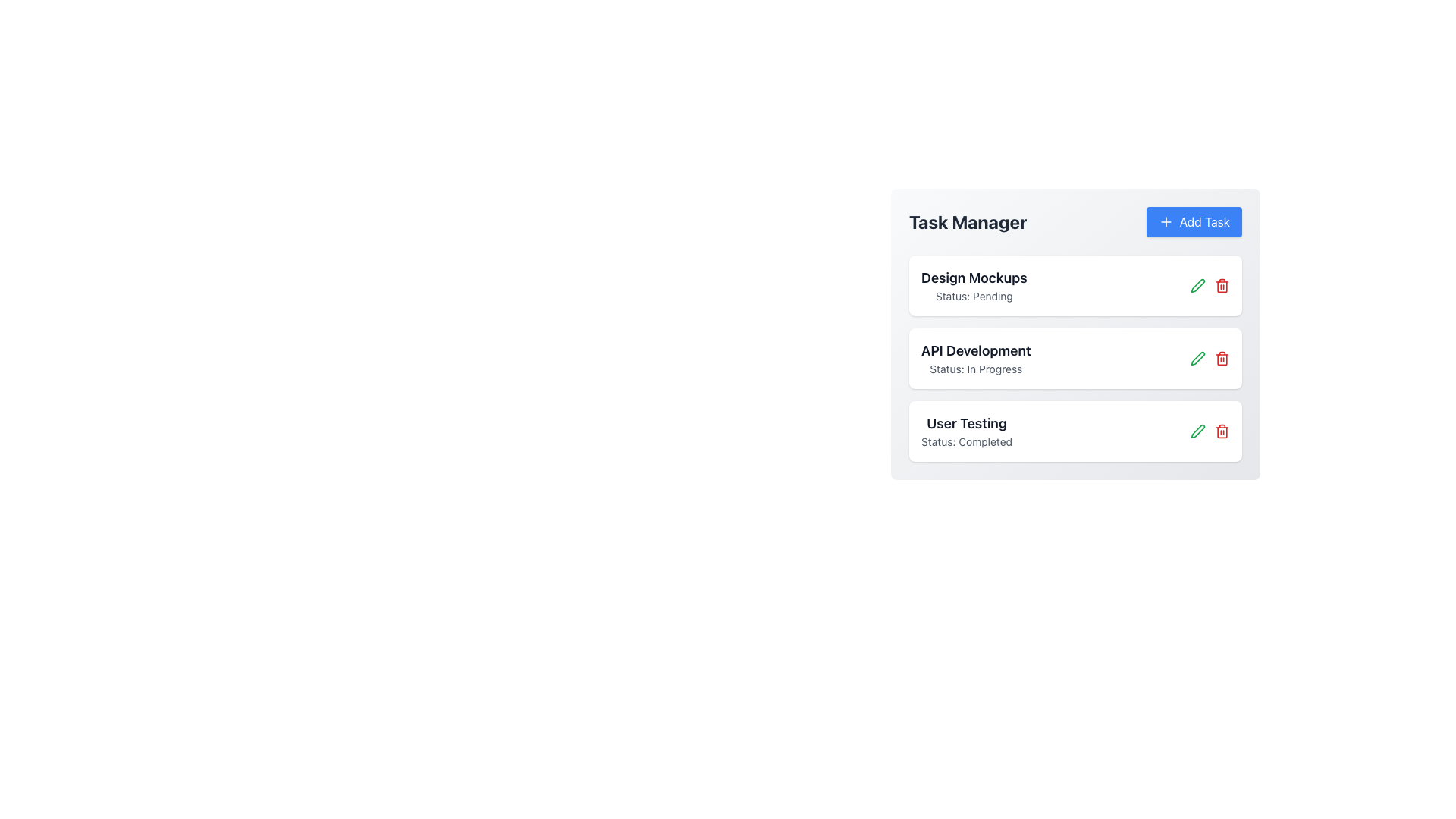 The width and height of the screenshot is (1456, 819). What do you see at coordinates (1197, 357) in the screenshot?
I see `the green fountain pen nib icon button located in the second task row labeled 'API Development' to initiate editing of the task` at bounding box center [1197, 357].